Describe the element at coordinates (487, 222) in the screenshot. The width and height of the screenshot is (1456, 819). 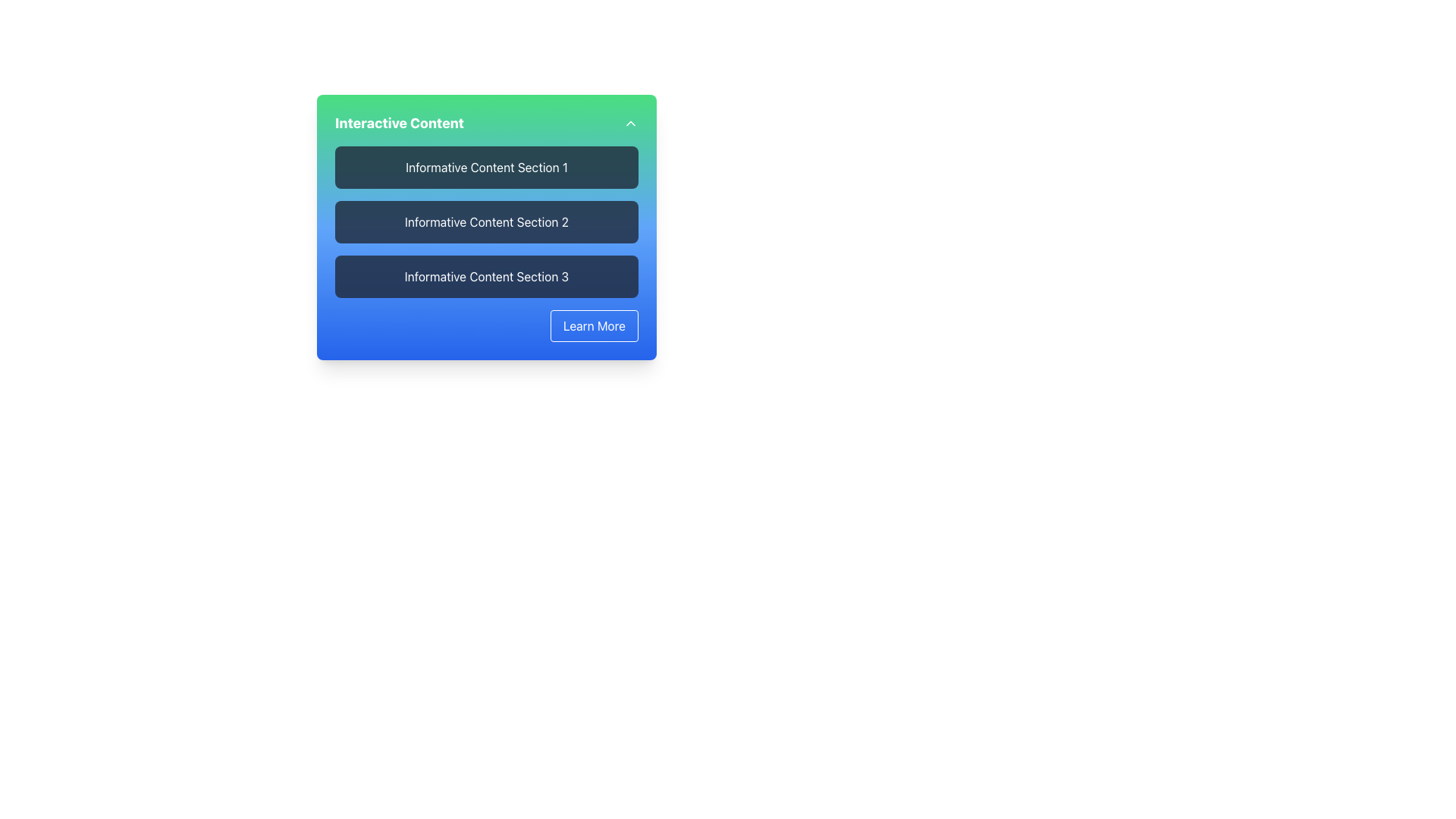
I see `the content display box labeled 'Informative Content Section 2', which is the second item in a vertical list of similar items` at that location.